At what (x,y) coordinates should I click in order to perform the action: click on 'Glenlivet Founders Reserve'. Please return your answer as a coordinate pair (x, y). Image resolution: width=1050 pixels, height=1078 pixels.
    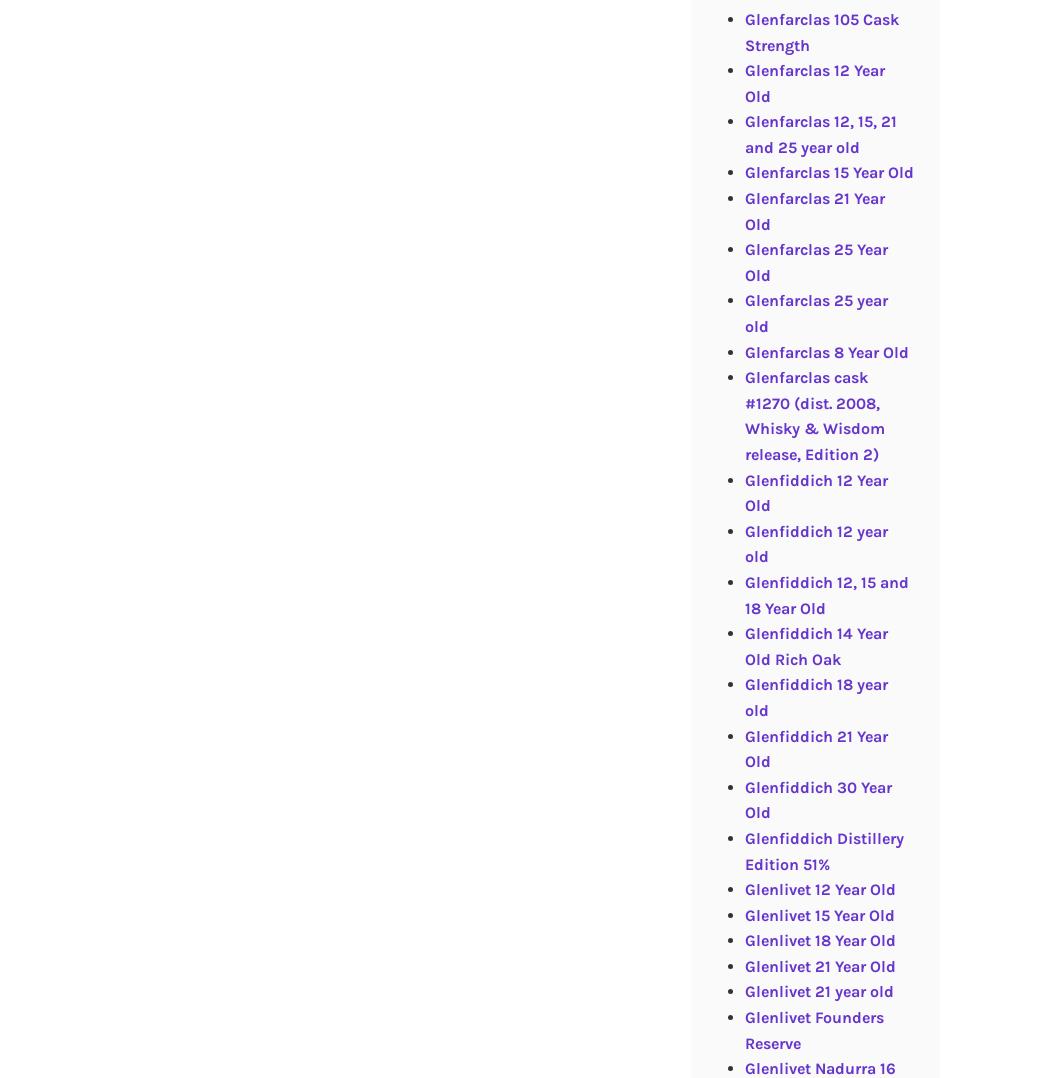
    Looking at the image, I should click on (812, 1029).